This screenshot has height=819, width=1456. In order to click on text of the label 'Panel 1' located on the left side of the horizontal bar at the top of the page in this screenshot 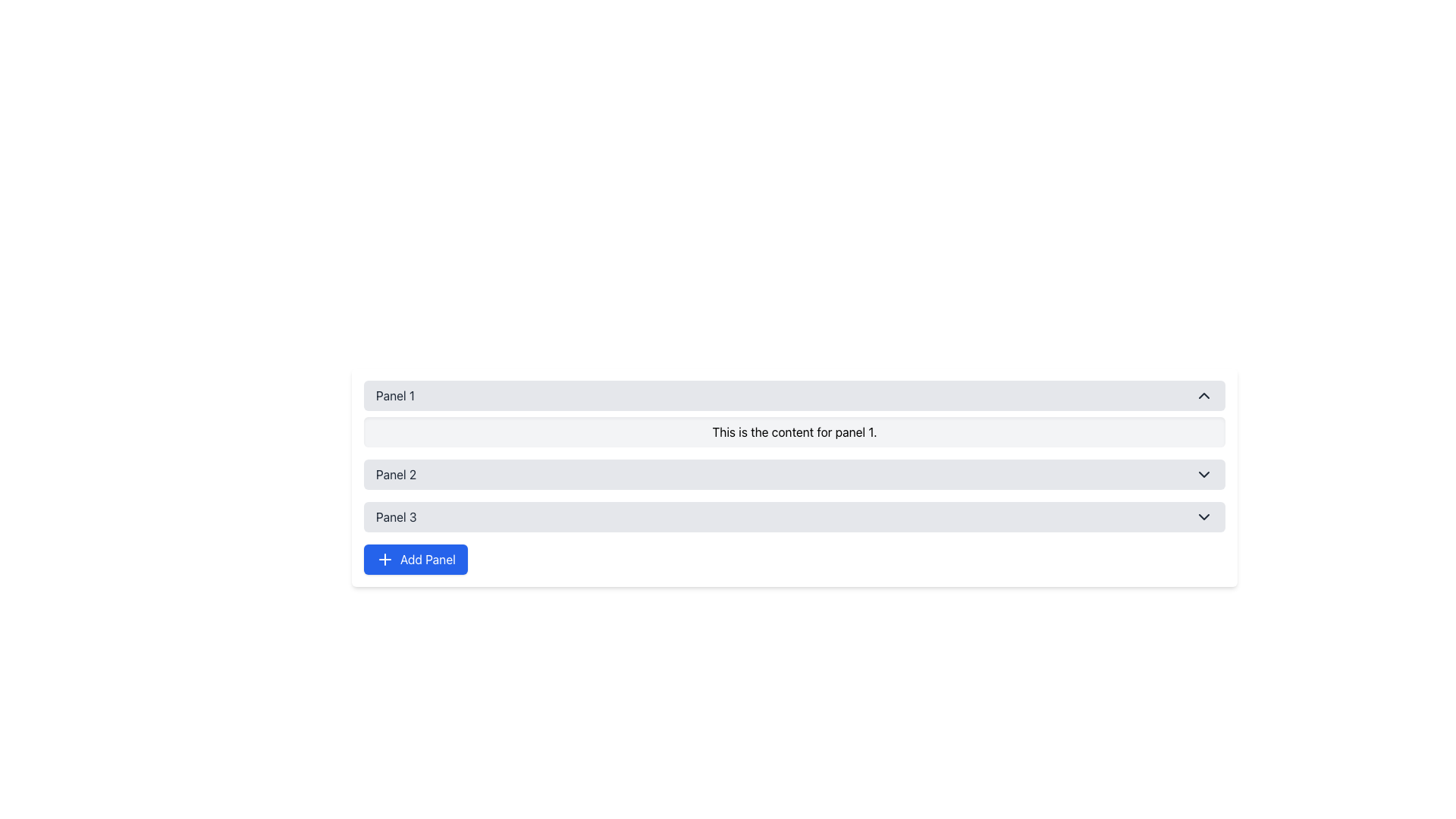, I will do `click(395, 394)`.